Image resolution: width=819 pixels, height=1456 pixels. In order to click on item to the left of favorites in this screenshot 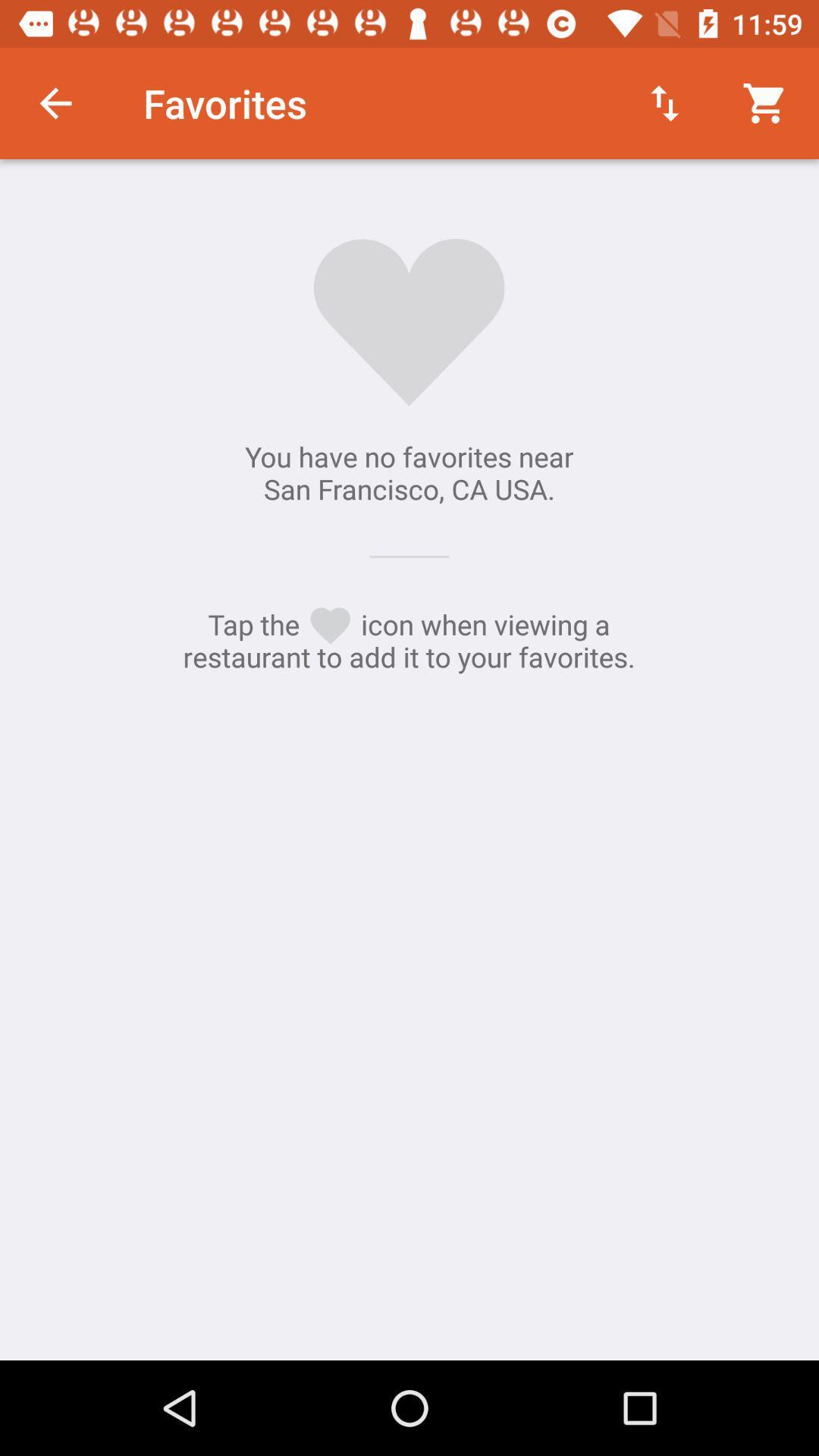, I will do `click(55, 102)`.